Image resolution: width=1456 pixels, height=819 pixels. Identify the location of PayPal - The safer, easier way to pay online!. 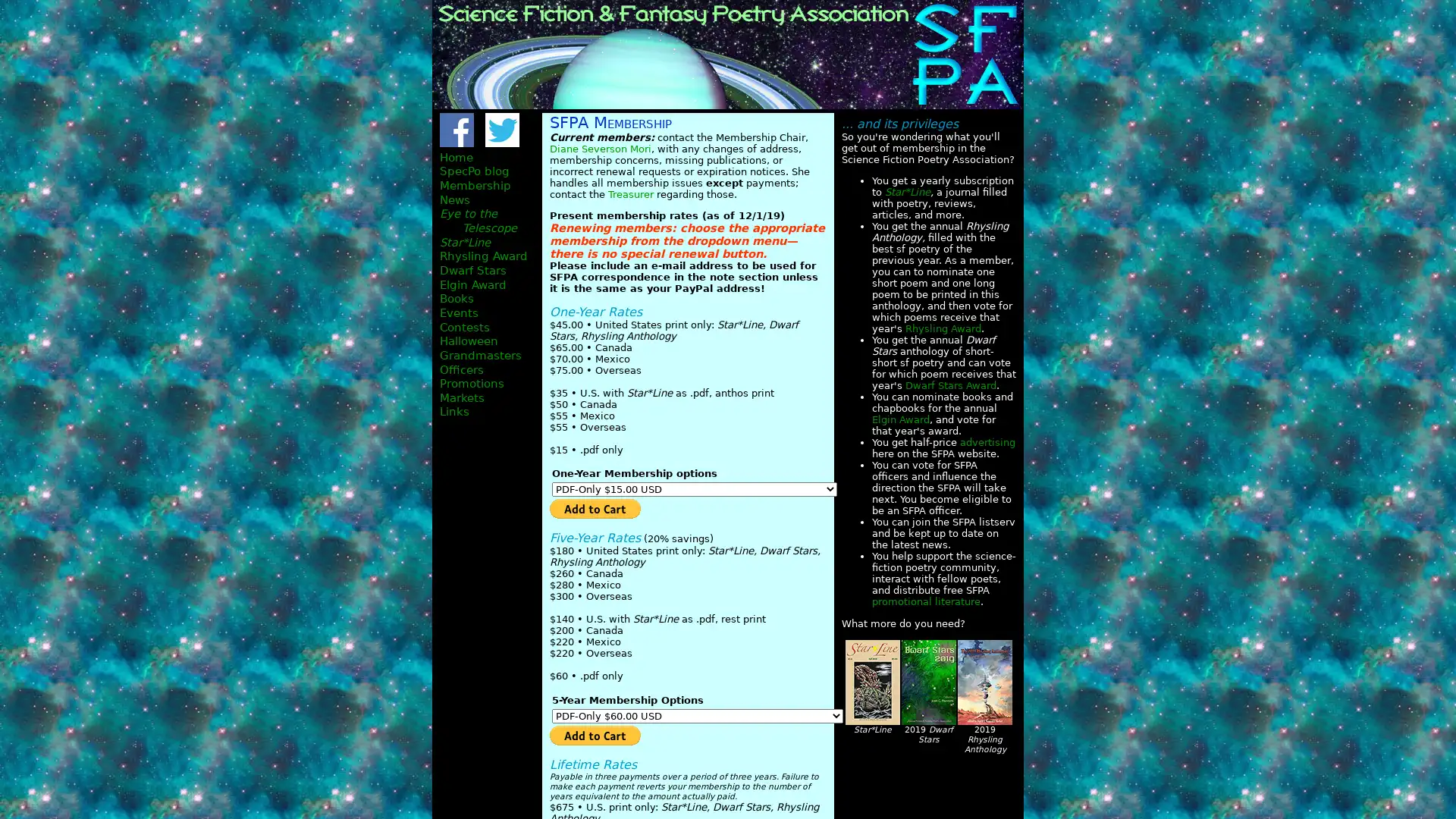
(595, 733).